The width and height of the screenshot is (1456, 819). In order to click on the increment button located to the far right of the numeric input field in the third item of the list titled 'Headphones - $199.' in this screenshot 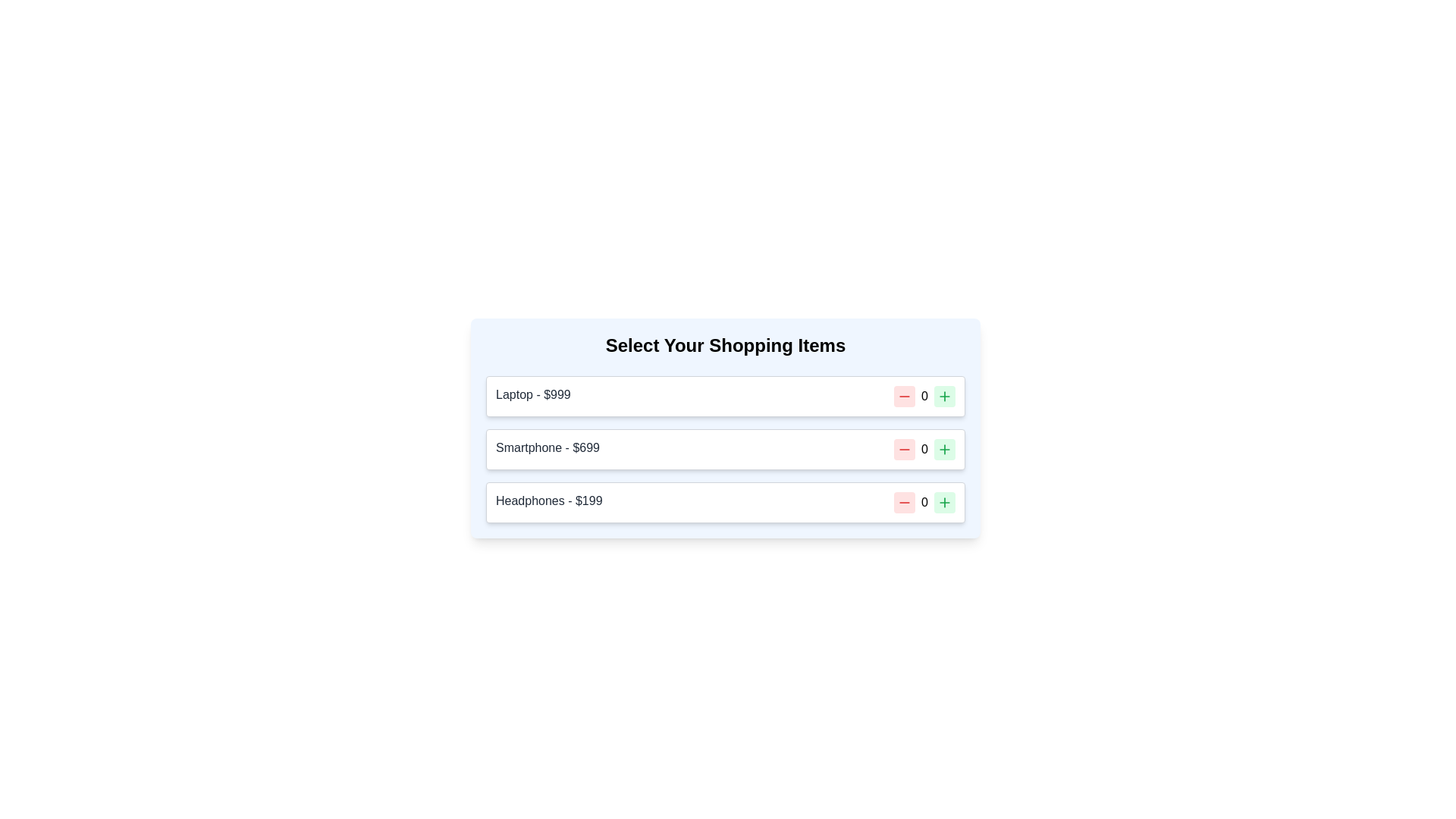, I will do `click(944, 503)`.